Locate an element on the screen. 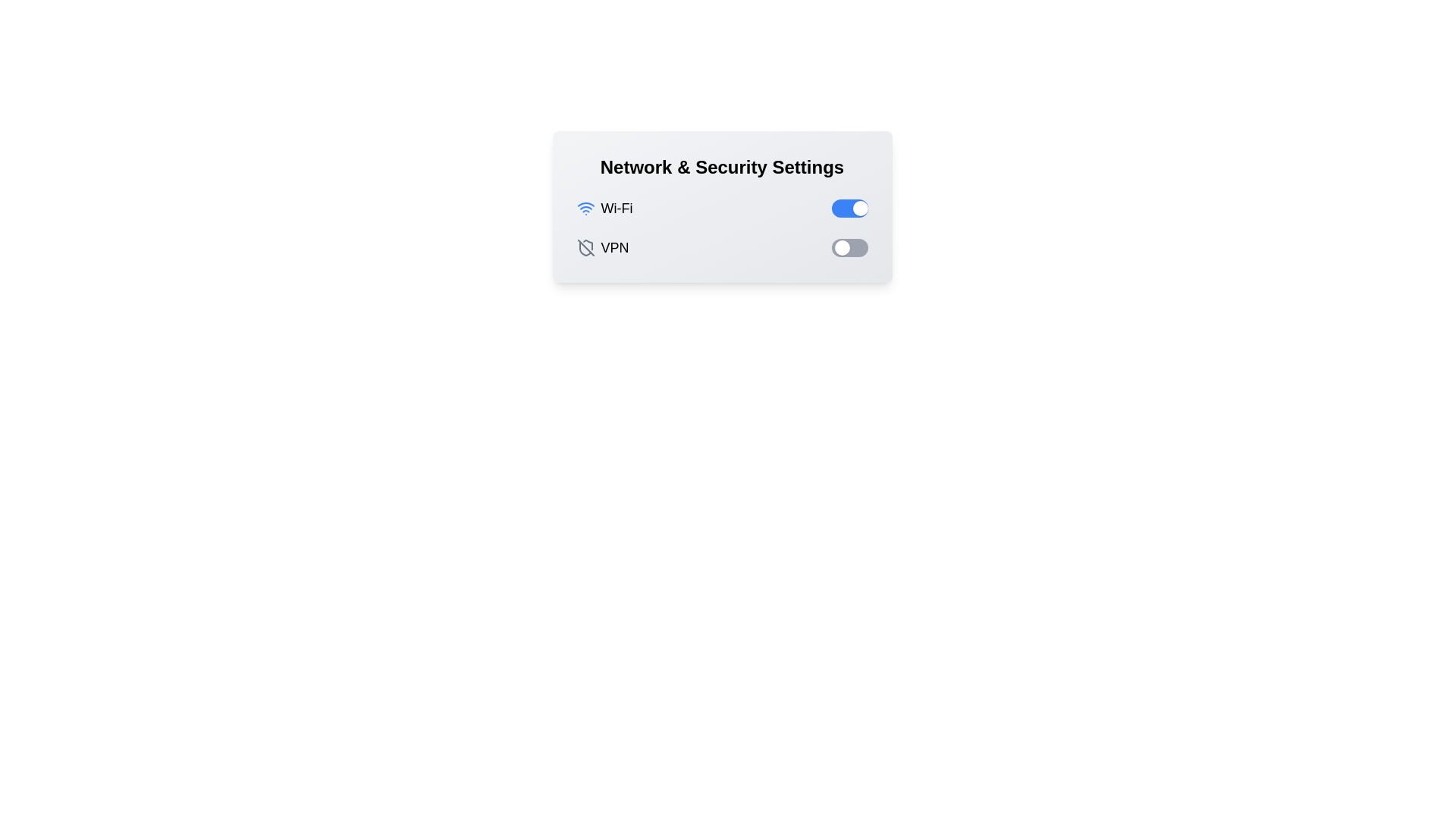 Image resolution: width=1456 pixels, height=819 pixels. the circular toggle knob for the Wi-Fi setting, which indicates that the toggle is currently active is located at coordinates (860, 208).